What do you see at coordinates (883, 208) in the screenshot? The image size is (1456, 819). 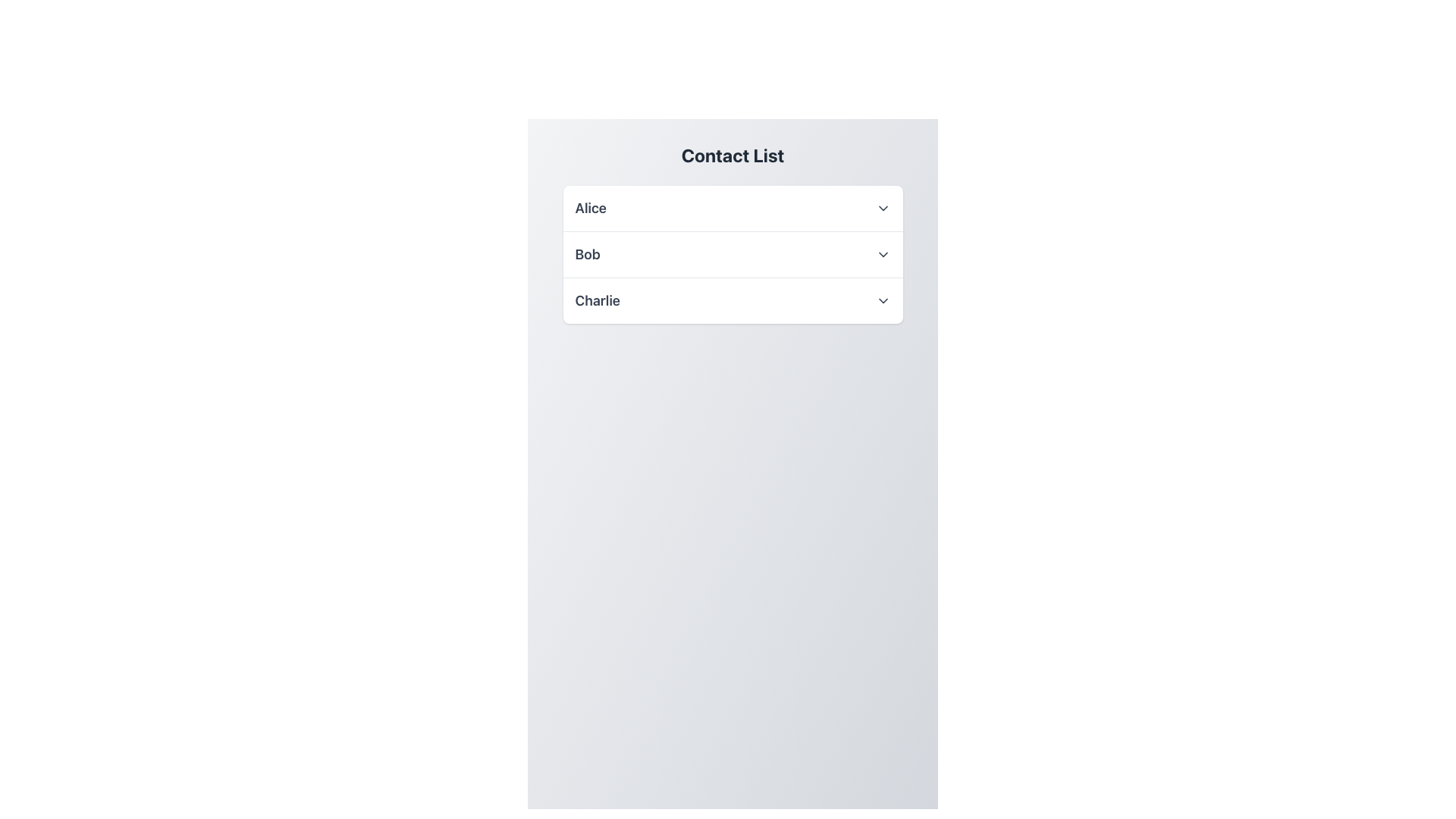 I see `the downward-pointing chevron icon located to the far-right of the 'Alice' label` at bounding box center [883, 208].